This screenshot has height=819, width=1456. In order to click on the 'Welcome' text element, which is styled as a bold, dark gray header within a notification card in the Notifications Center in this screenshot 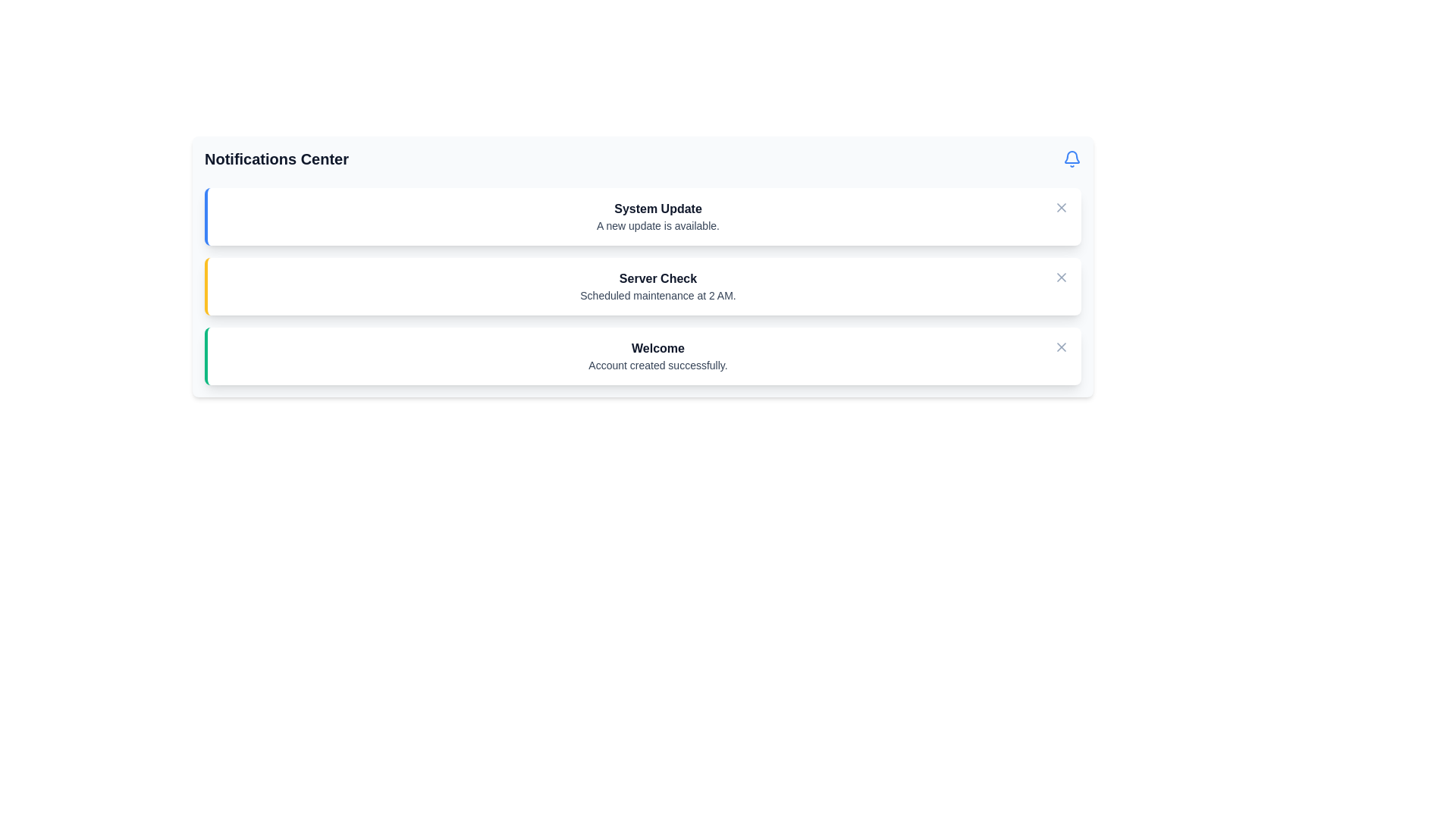, I will do `click(658, 348)`.